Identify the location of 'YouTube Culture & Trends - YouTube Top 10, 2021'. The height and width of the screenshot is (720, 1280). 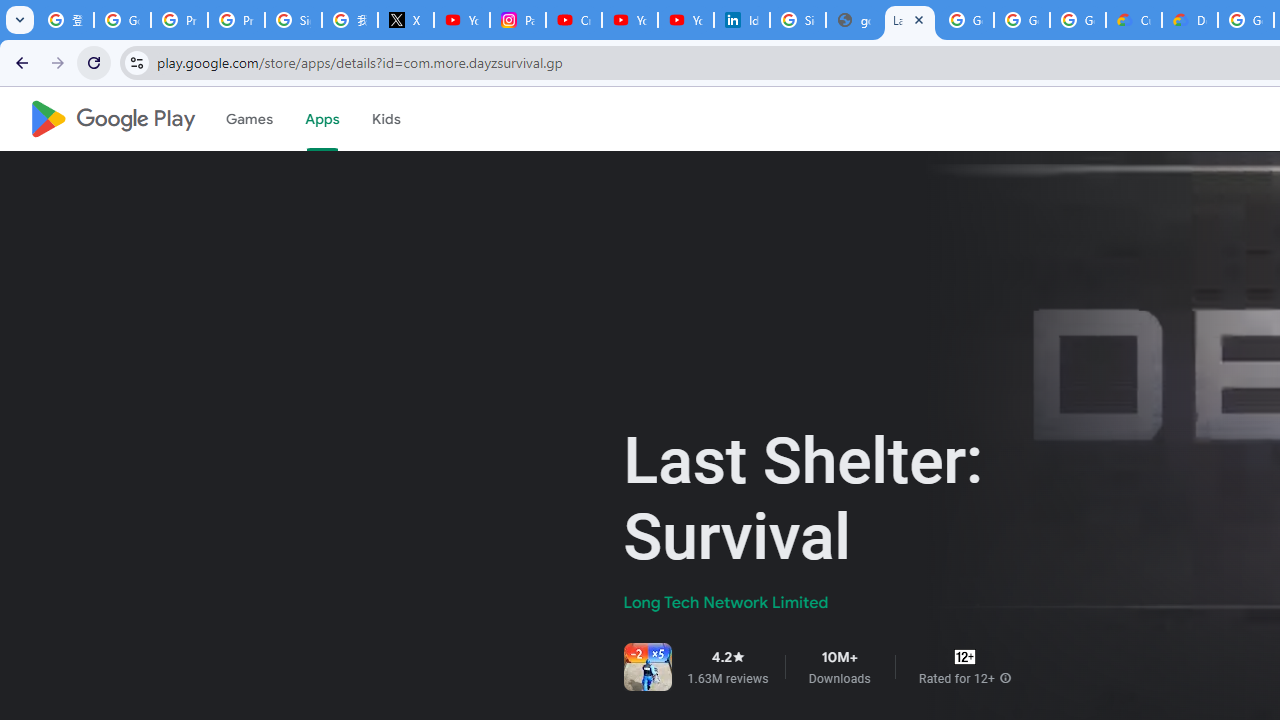
(686, 20).